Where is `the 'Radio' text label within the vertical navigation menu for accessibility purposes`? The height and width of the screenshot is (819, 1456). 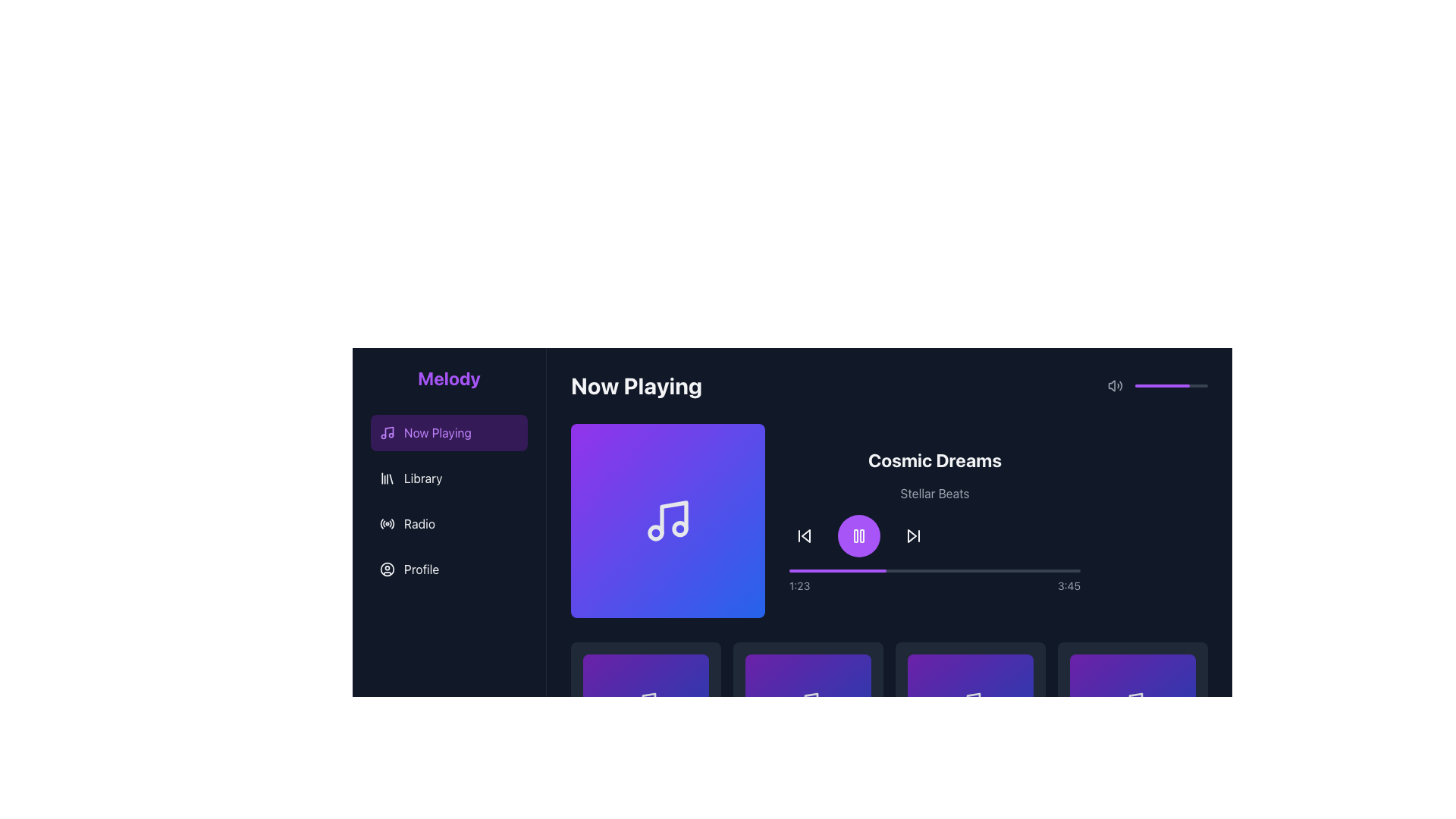
the 'Radio' text label within the vertical navigation menu for accessibility purposes is located at coordinates (419, 522).